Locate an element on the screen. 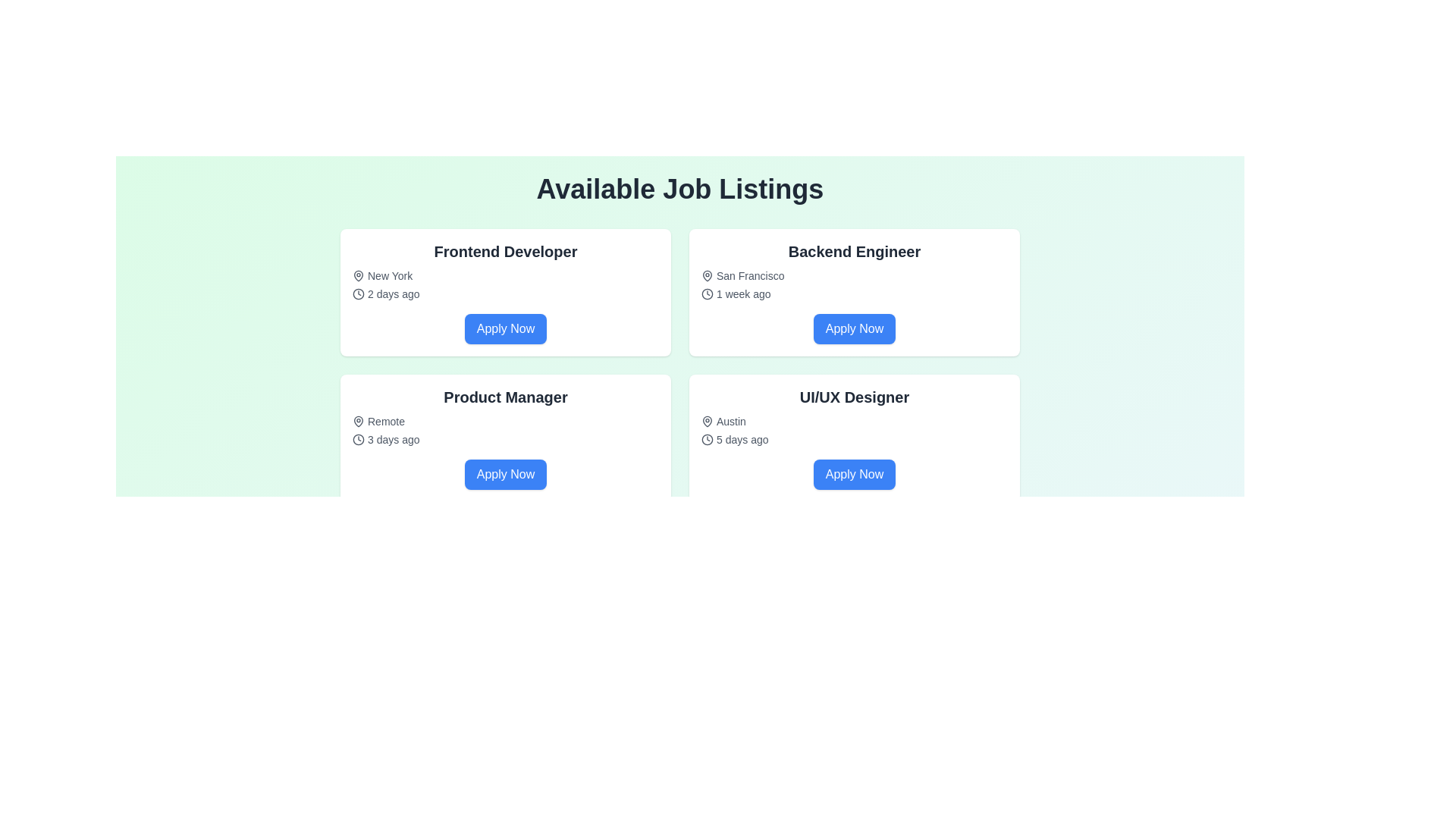  the Job listing card in the upper-left quadrant of the grid layout to change its background color to light gray is located at coordinates (506, 292).